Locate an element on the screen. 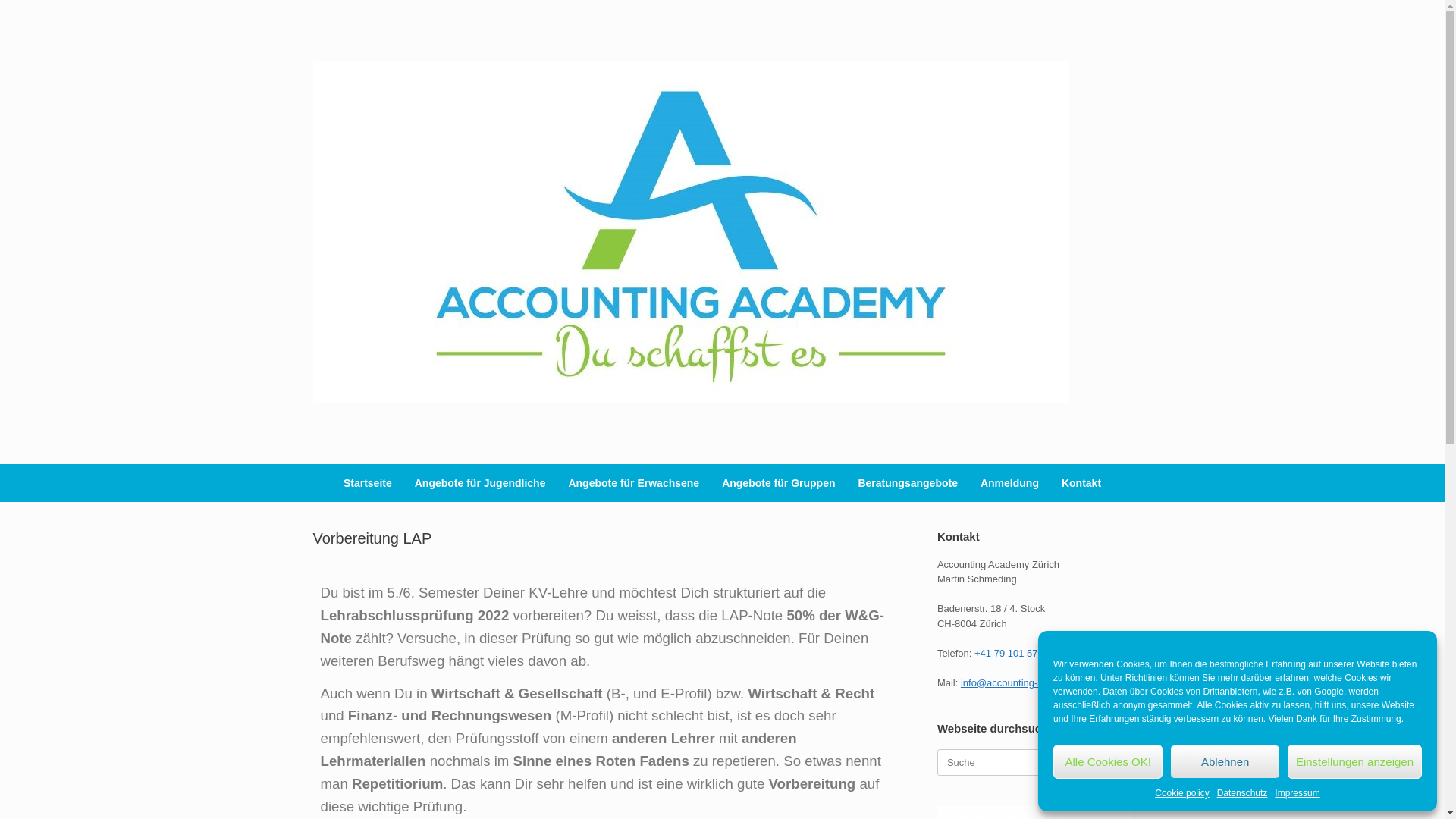  'Kontakt' is located at coordinates (1080, 482).